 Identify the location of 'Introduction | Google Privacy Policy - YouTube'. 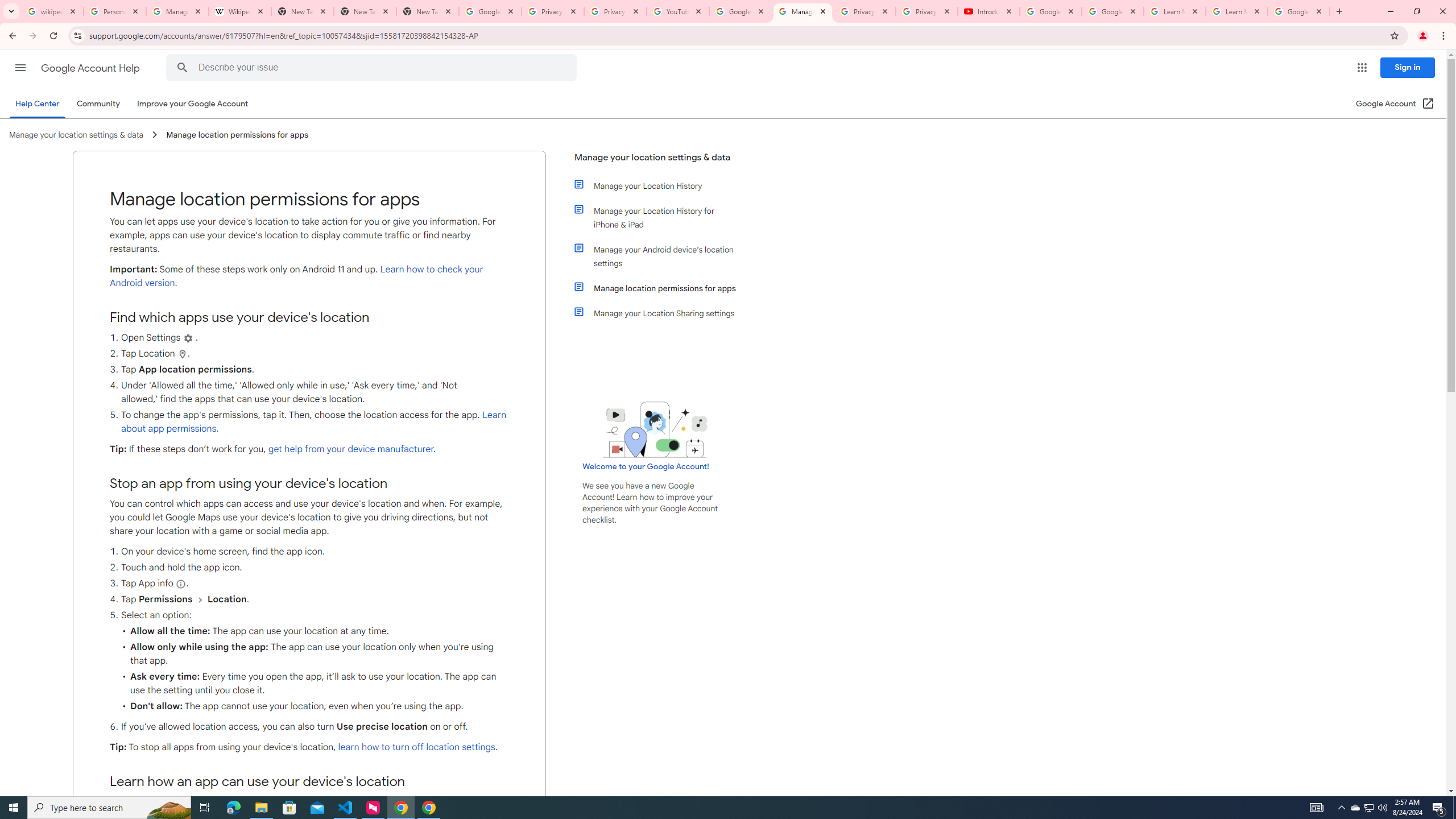
(988, 11).